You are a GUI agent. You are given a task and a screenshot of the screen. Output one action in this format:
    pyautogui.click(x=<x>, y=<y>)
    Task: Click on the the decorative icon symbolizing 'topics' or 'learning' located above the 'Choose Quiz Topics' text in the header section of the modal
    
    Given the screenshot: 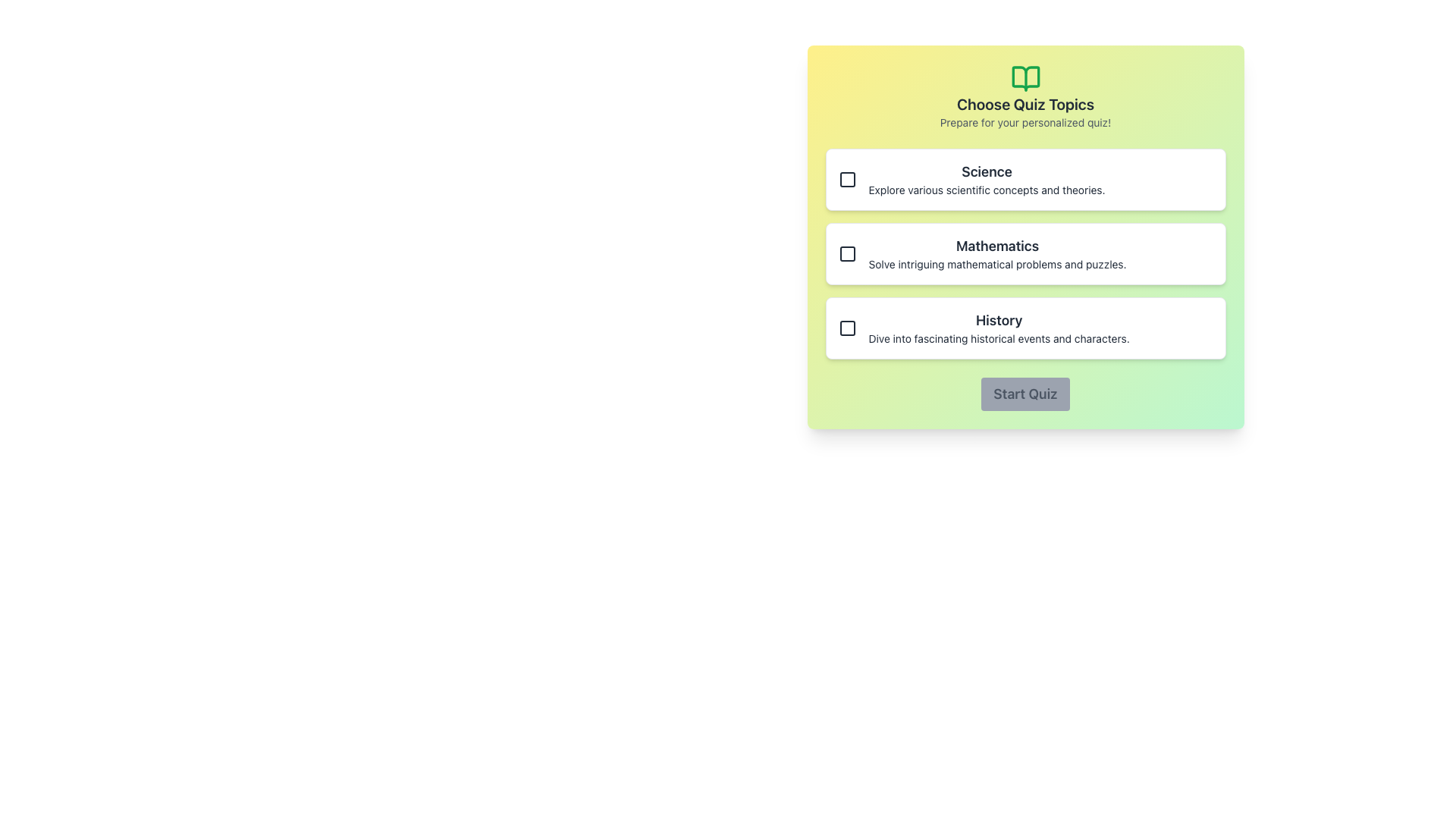 What is the action you would take?
    pyautogui.click(x=1025, y=79)
    